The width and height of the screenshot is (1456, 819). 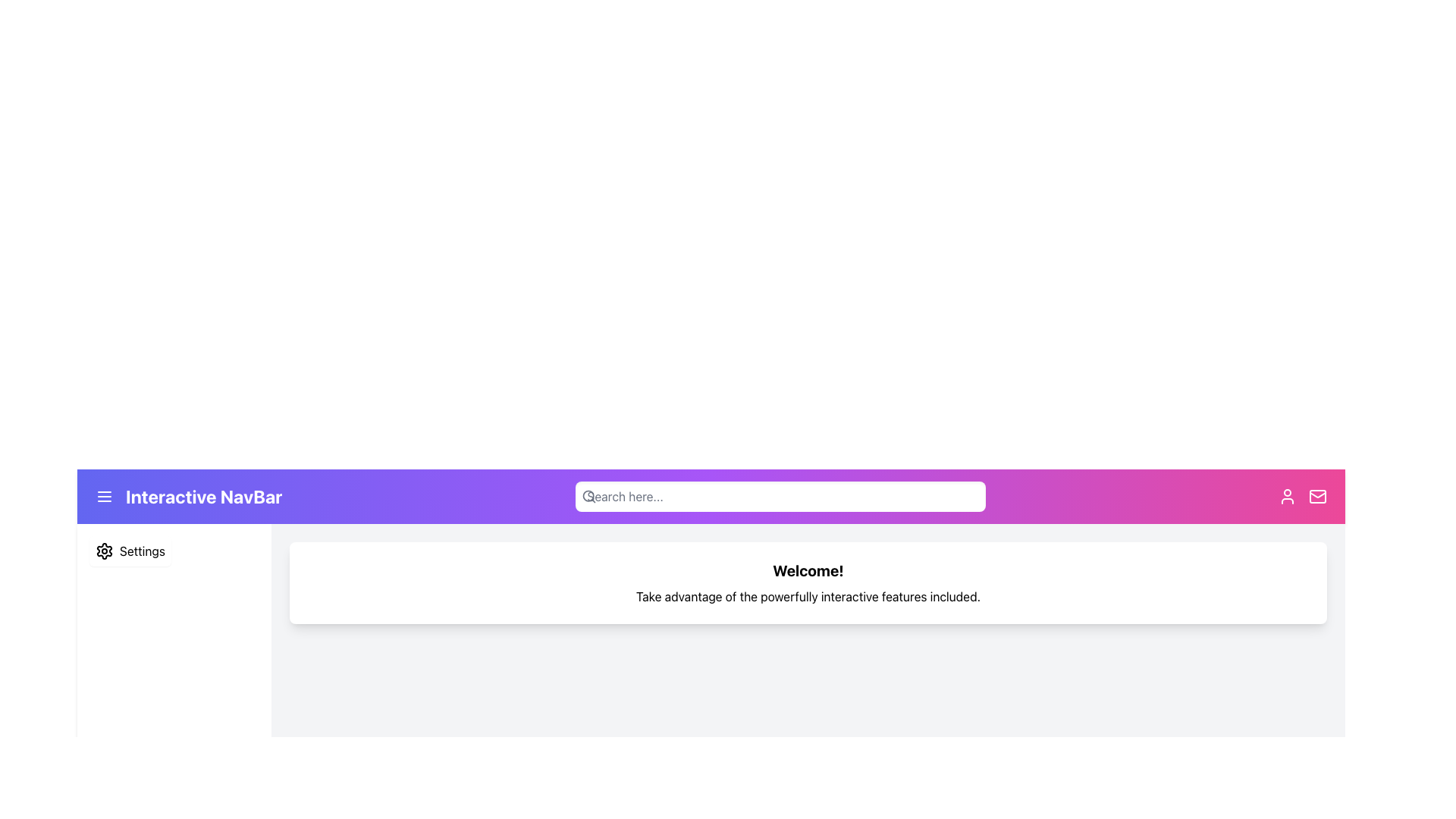 What do you see at coordinates (104, 551) in the screenshot?
I see `the gear-shaped icon in the vertical menu on the left side of the navigation bar` at bounding box center [104, 551].